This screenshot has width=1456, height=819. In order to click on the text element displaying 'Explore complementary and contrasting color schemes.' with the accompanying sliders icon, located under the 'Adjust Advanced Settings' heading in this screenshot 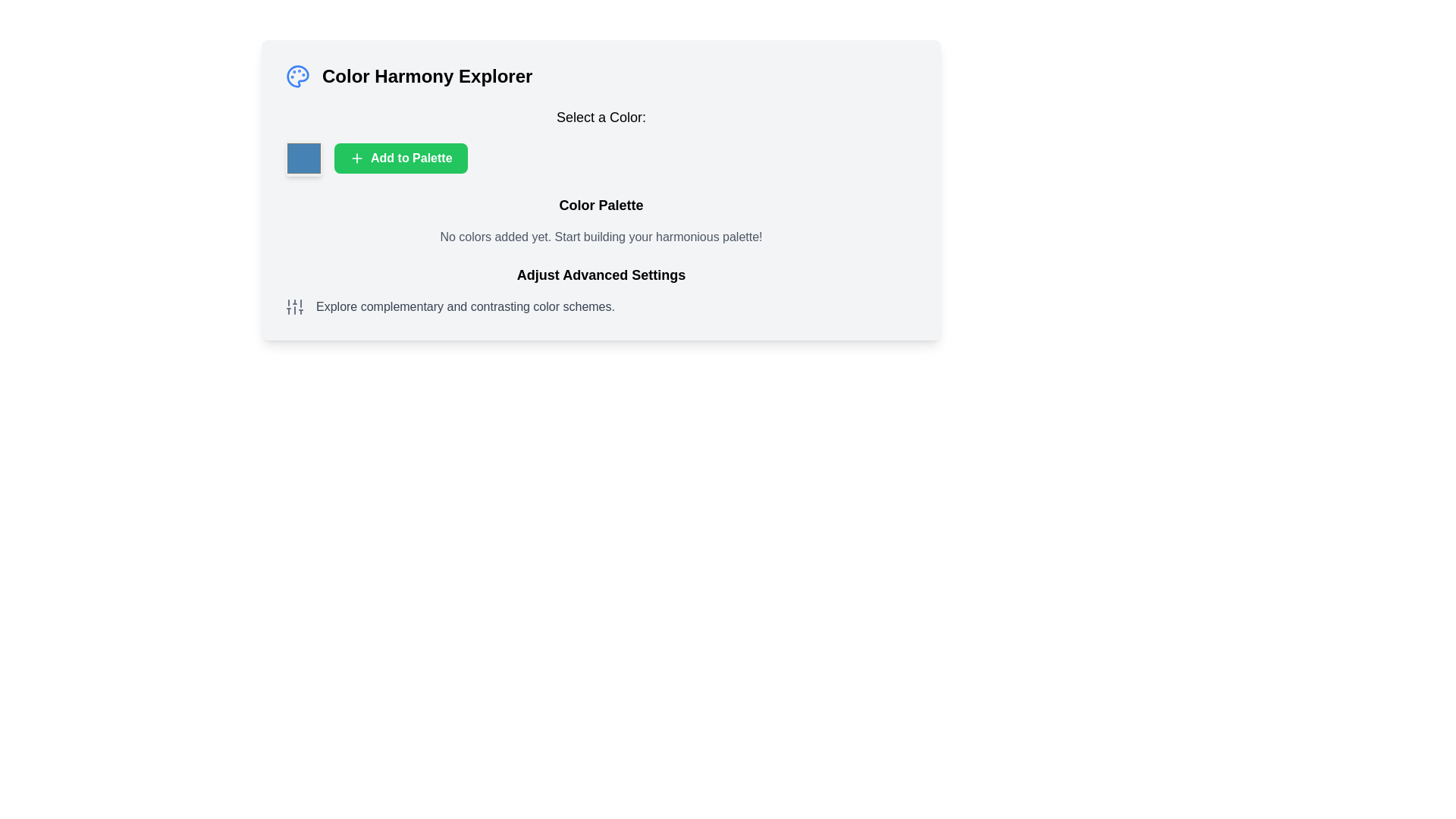, I will do `click(600, 307)`.